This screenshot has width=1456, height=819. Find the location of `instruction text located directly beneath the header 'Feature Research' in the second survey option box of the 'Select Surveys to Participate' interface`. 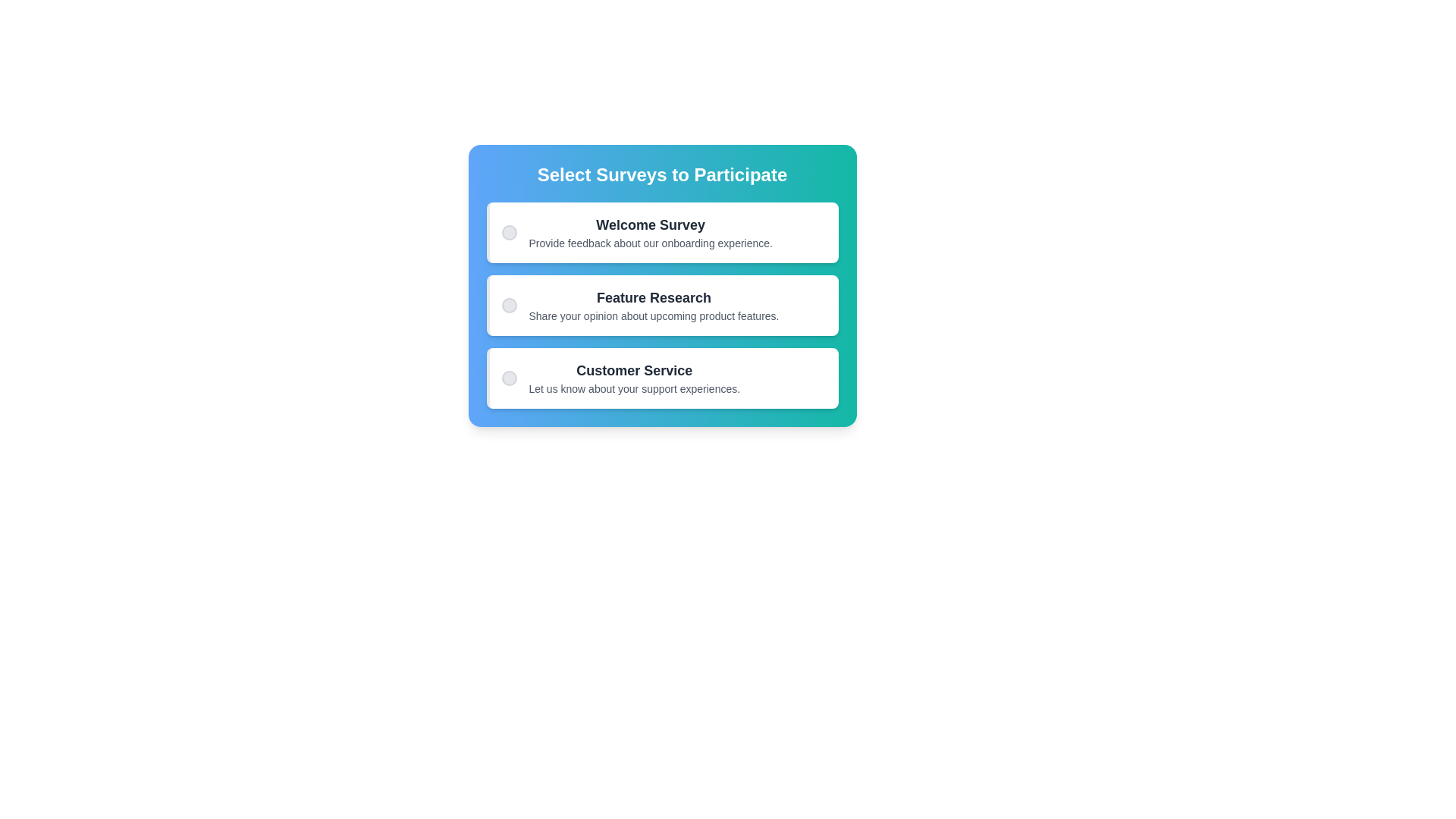

instruction text located directly beneath the header 'Feature Research' in the second survey option box of the 'Select Surveys to Participate' interface is located at coordinates (654, 315).